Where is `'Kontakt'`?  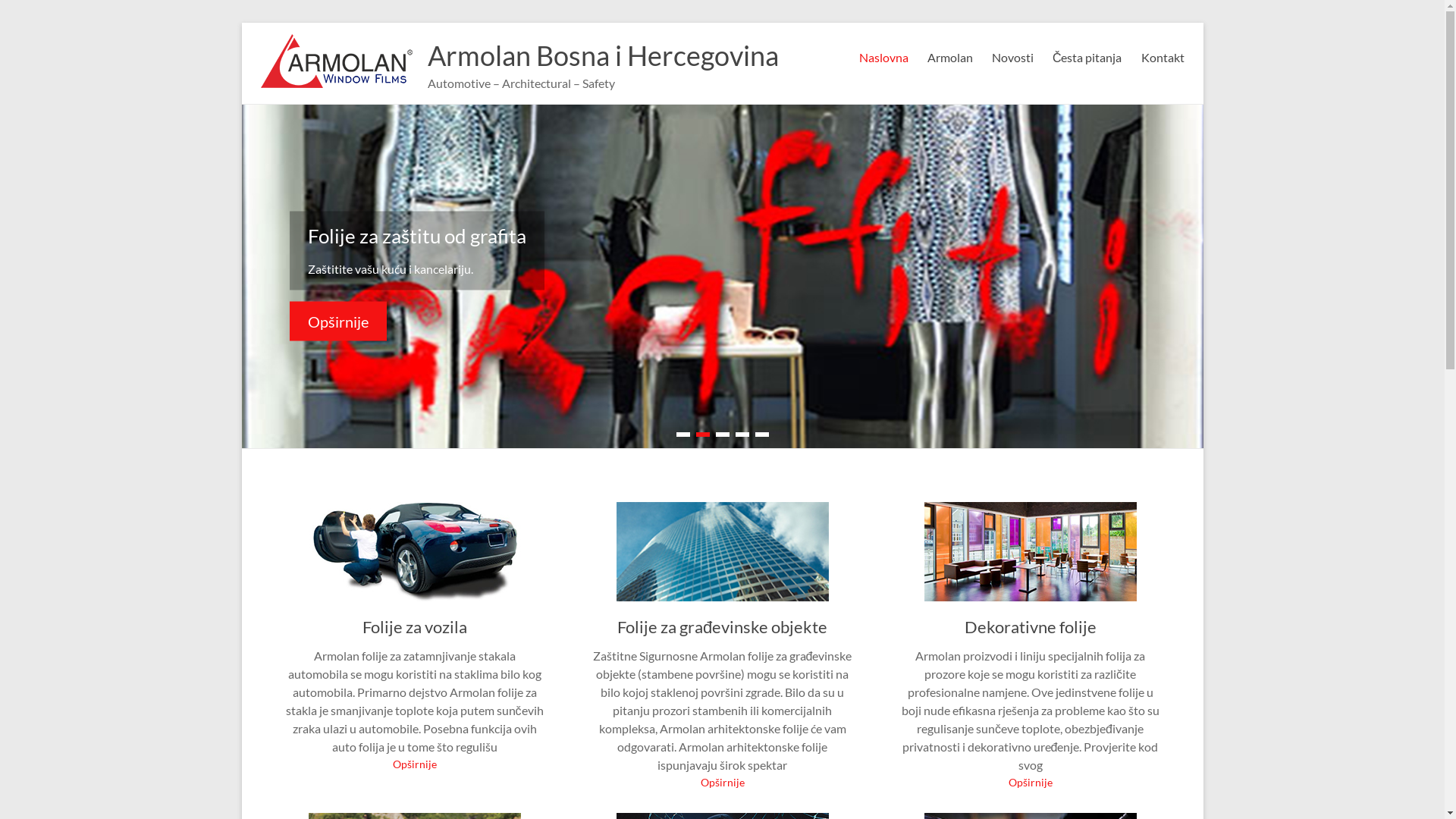 'Kontakt' is located at coordinates (1161, 55).